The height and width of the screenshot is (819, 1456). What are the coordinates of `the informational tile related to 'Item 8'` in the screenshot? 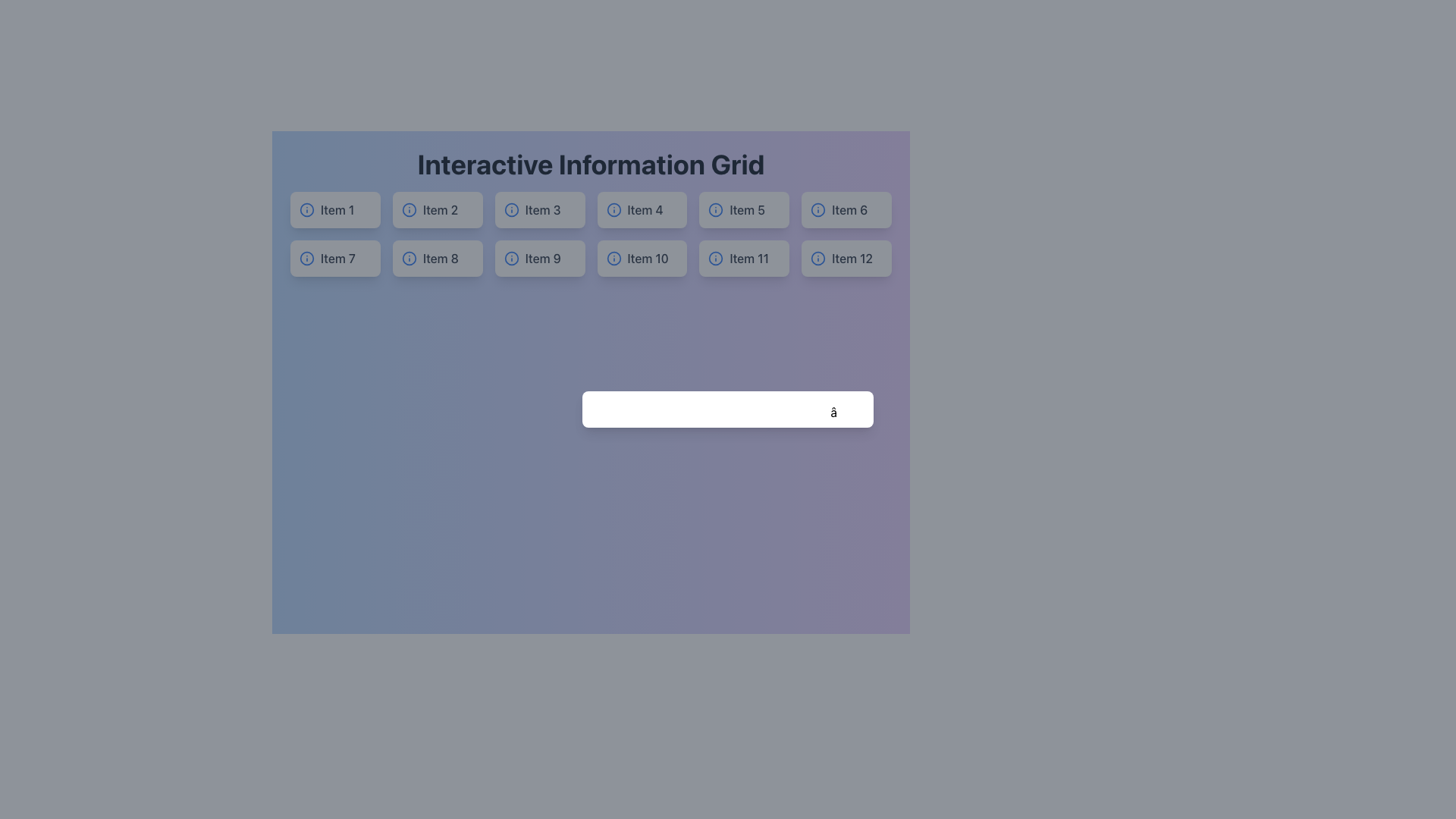 It's located at (437, 257).